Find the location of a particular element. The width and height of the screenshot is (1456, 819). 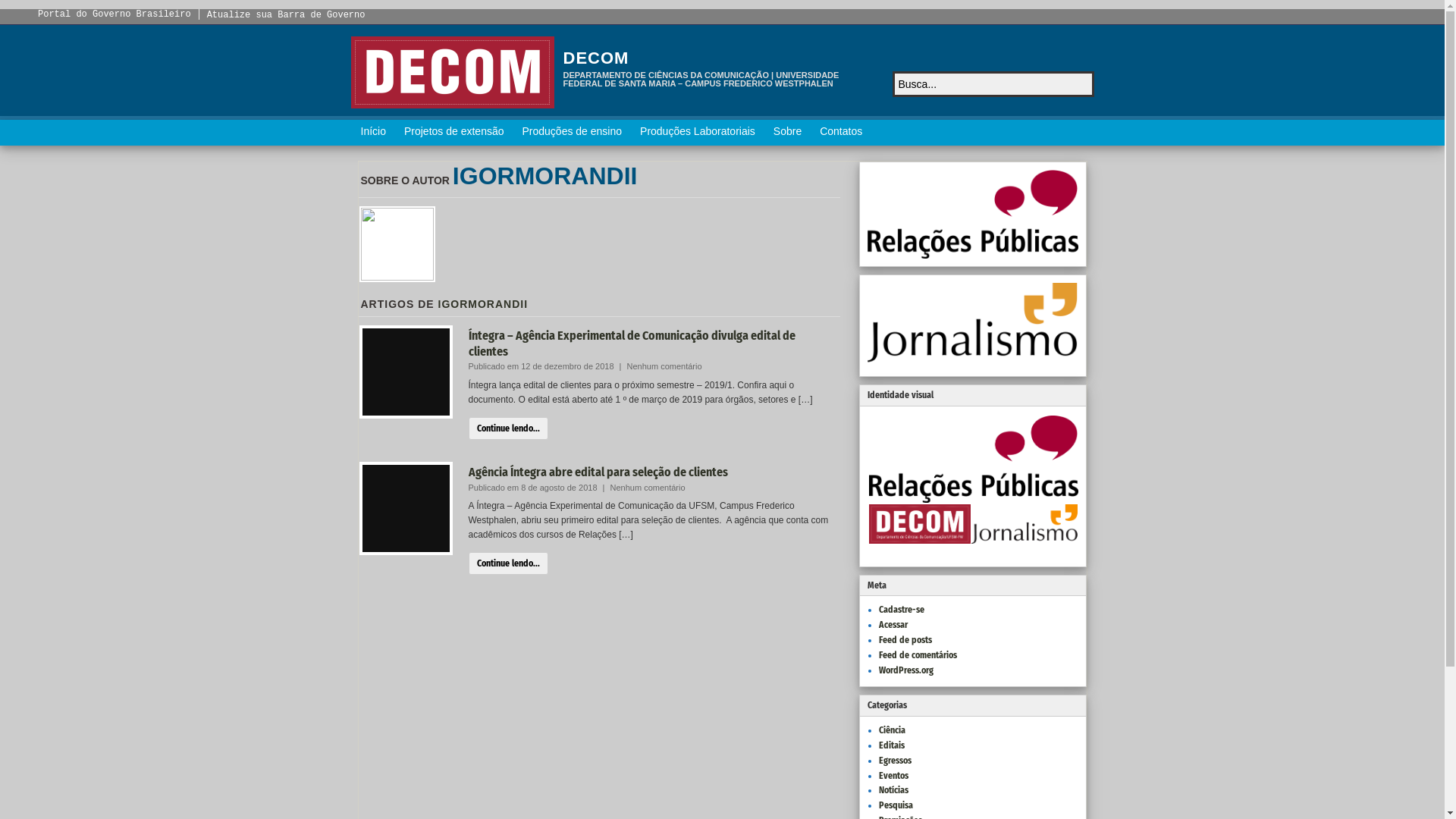

'Continue lendo...' is located at coordinates (508, 428).